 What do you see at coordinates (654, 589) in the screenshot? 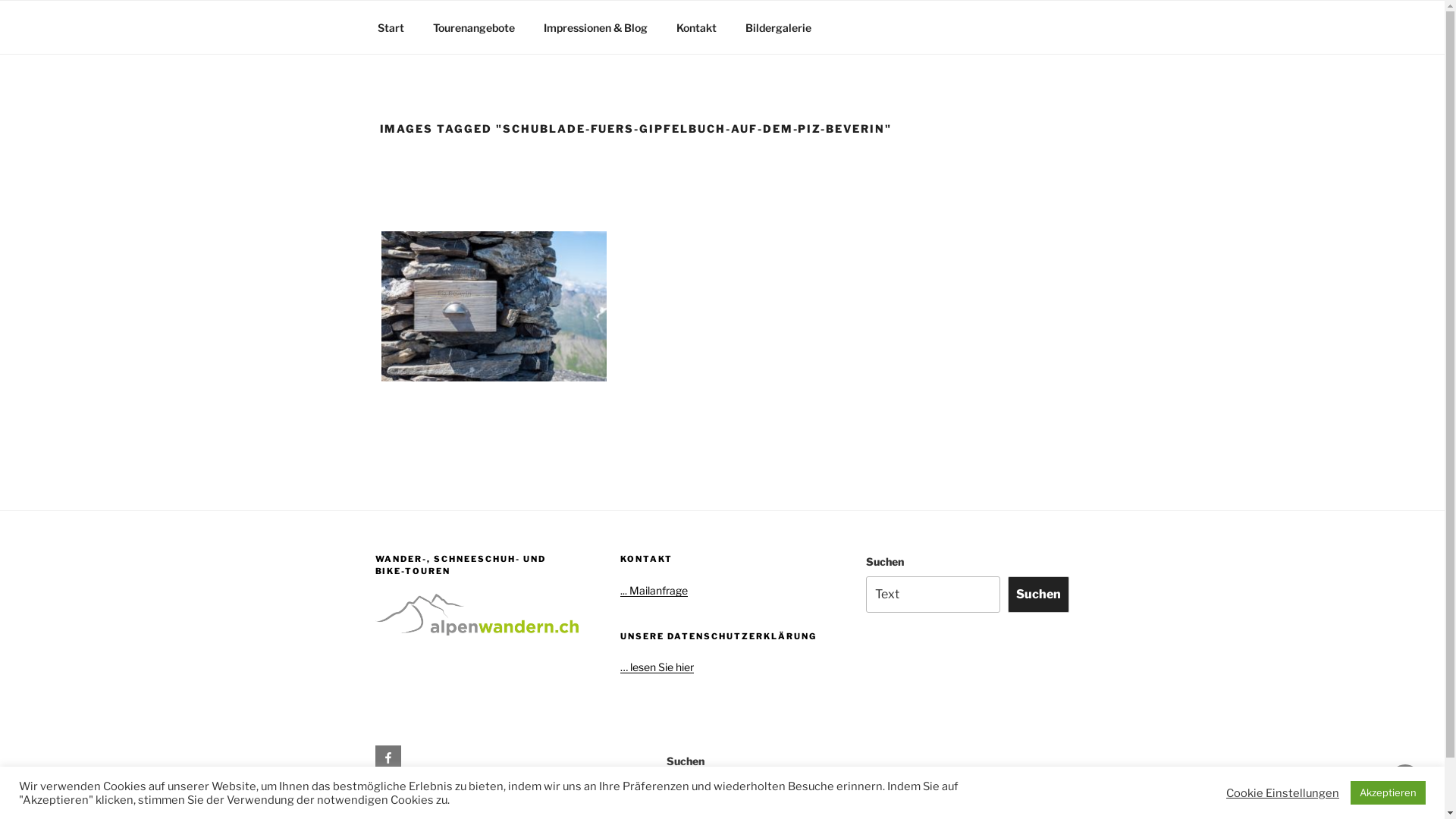
I see `'... Mailanfrage'` at bounding box center [654, 589].